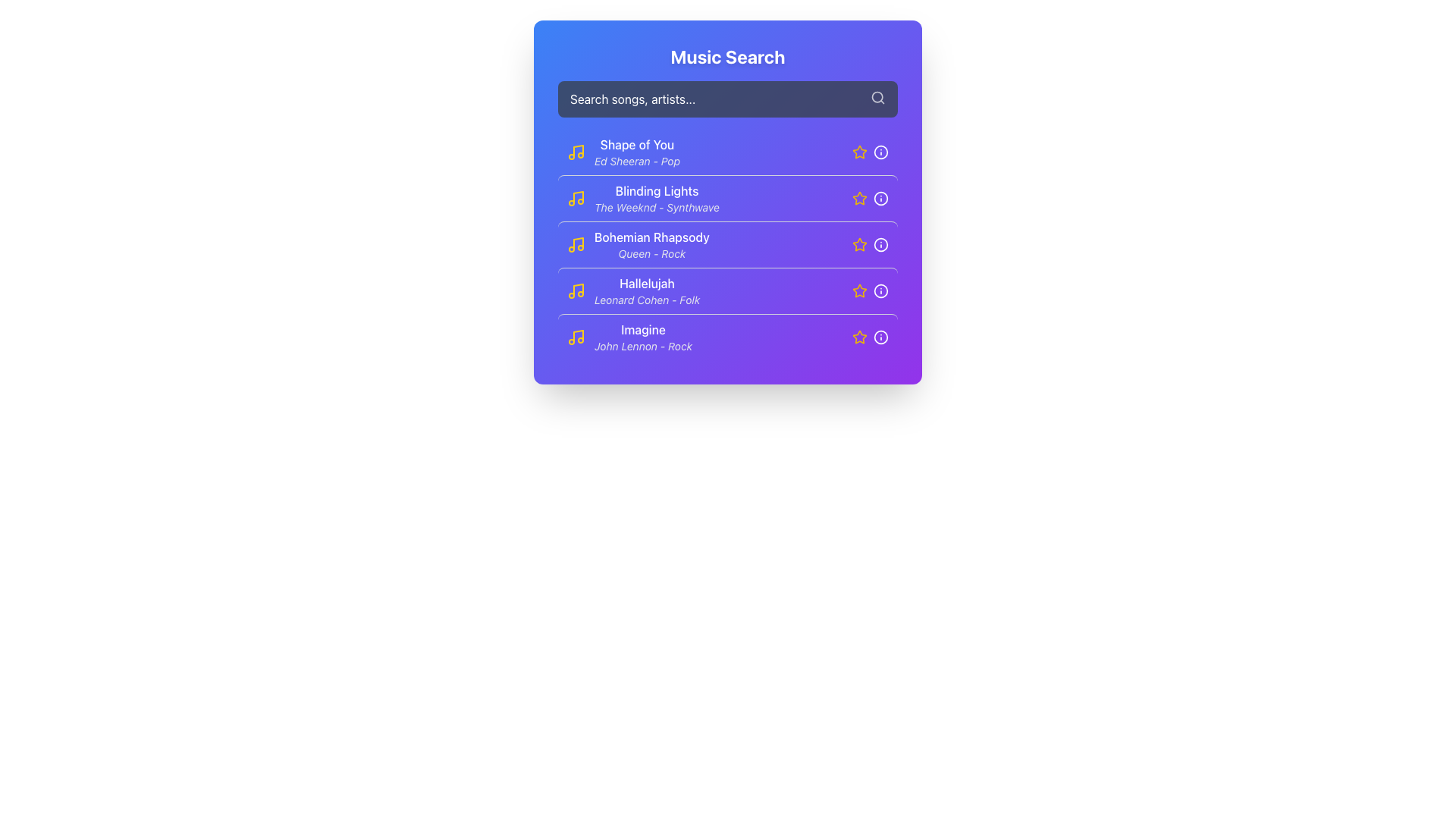 This screenshot has height=819, width=1456. What do you see at coordinates (575, 336) in the screenshot?
I see `the music track icon for the song 'Imagine' by John Lennon, which is positioned at the beginning of its line in the music search interface` at bounding box center [575, 336].